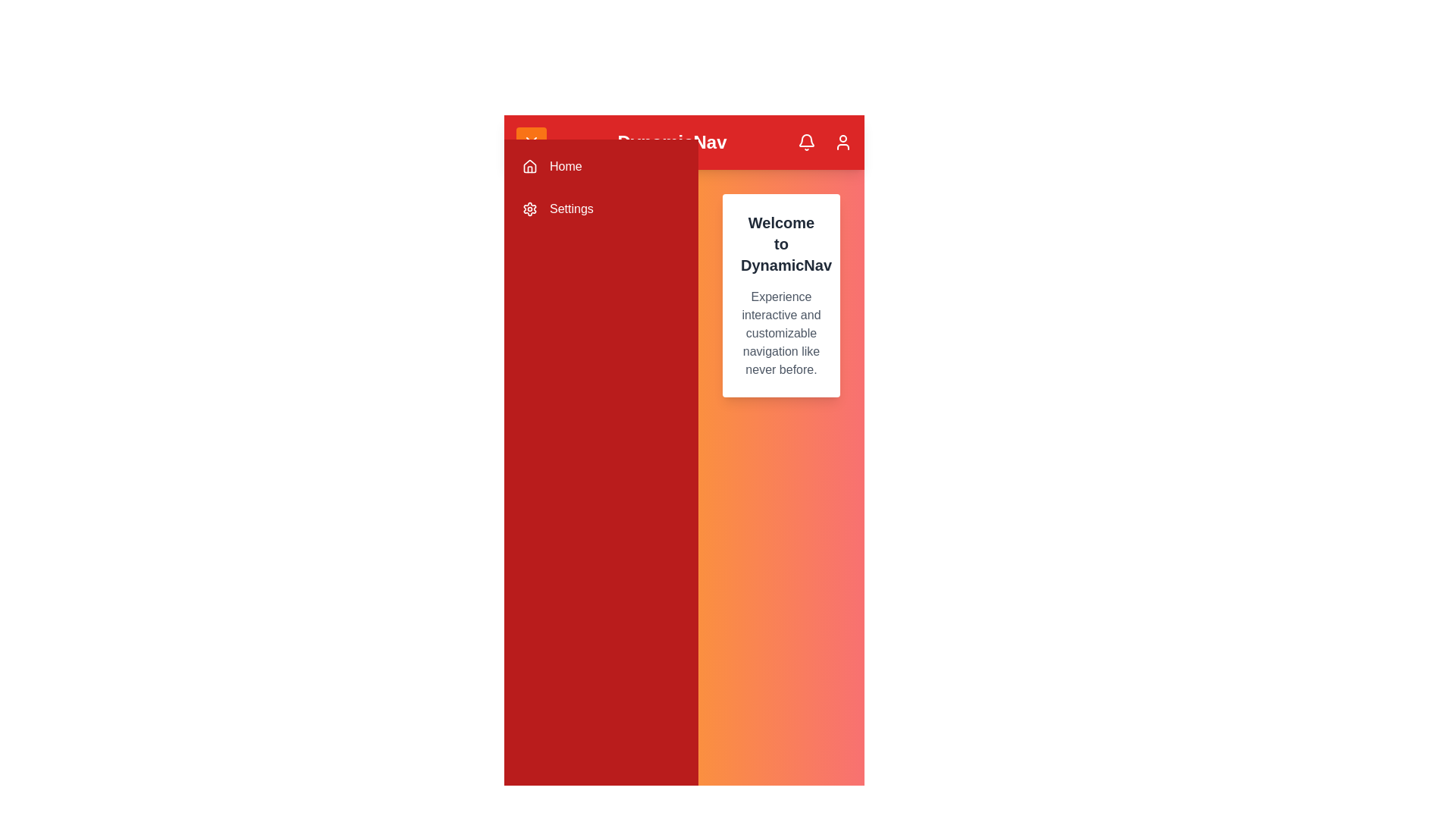  What do you see at coordinates (600, 166) in the screenshot?
I see `the 'Home' navigation item in the sidebar` at bounding box center [600, 166].